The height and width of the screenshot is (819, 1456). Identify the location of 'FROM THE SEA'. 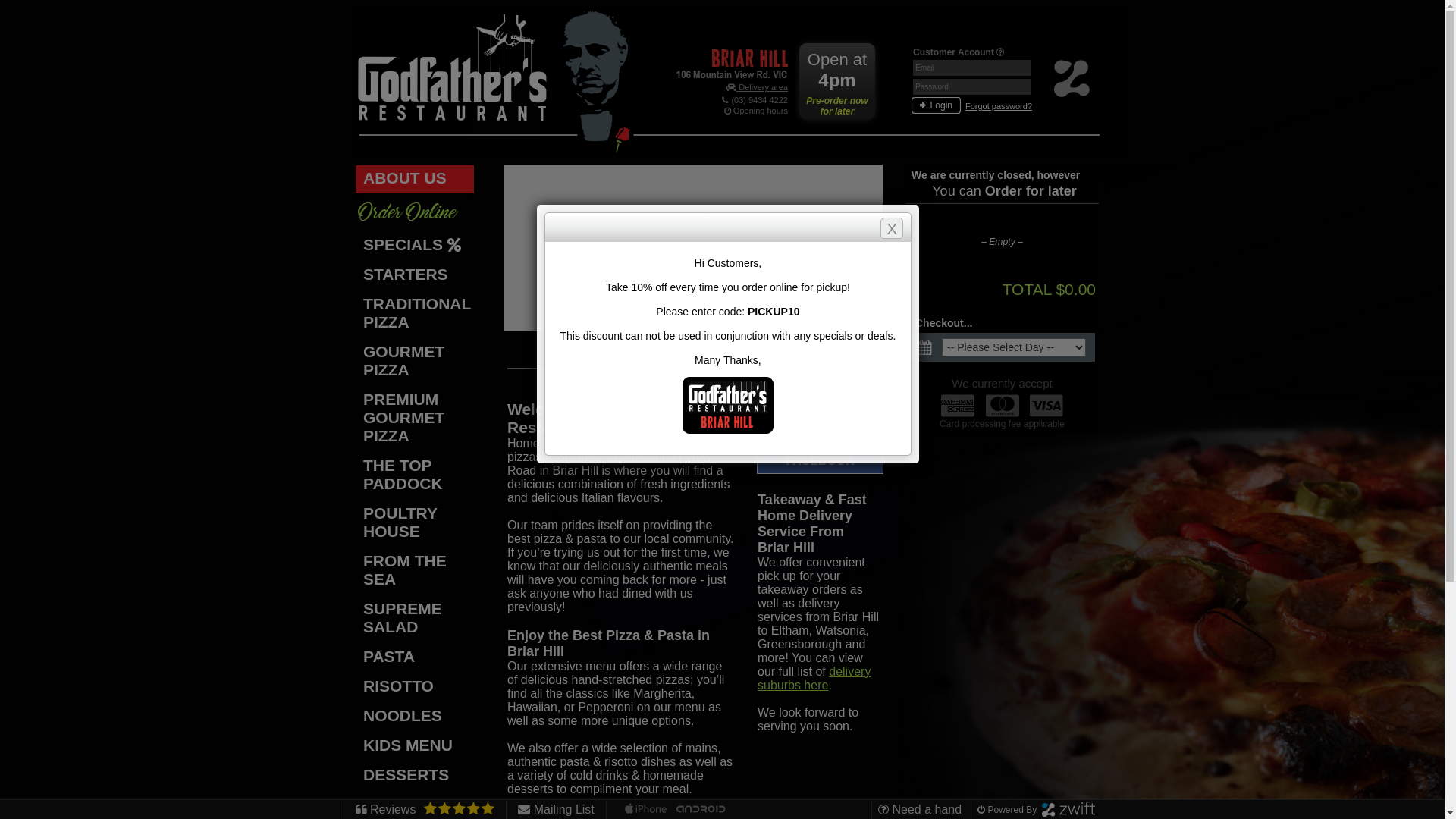
(415, 571).